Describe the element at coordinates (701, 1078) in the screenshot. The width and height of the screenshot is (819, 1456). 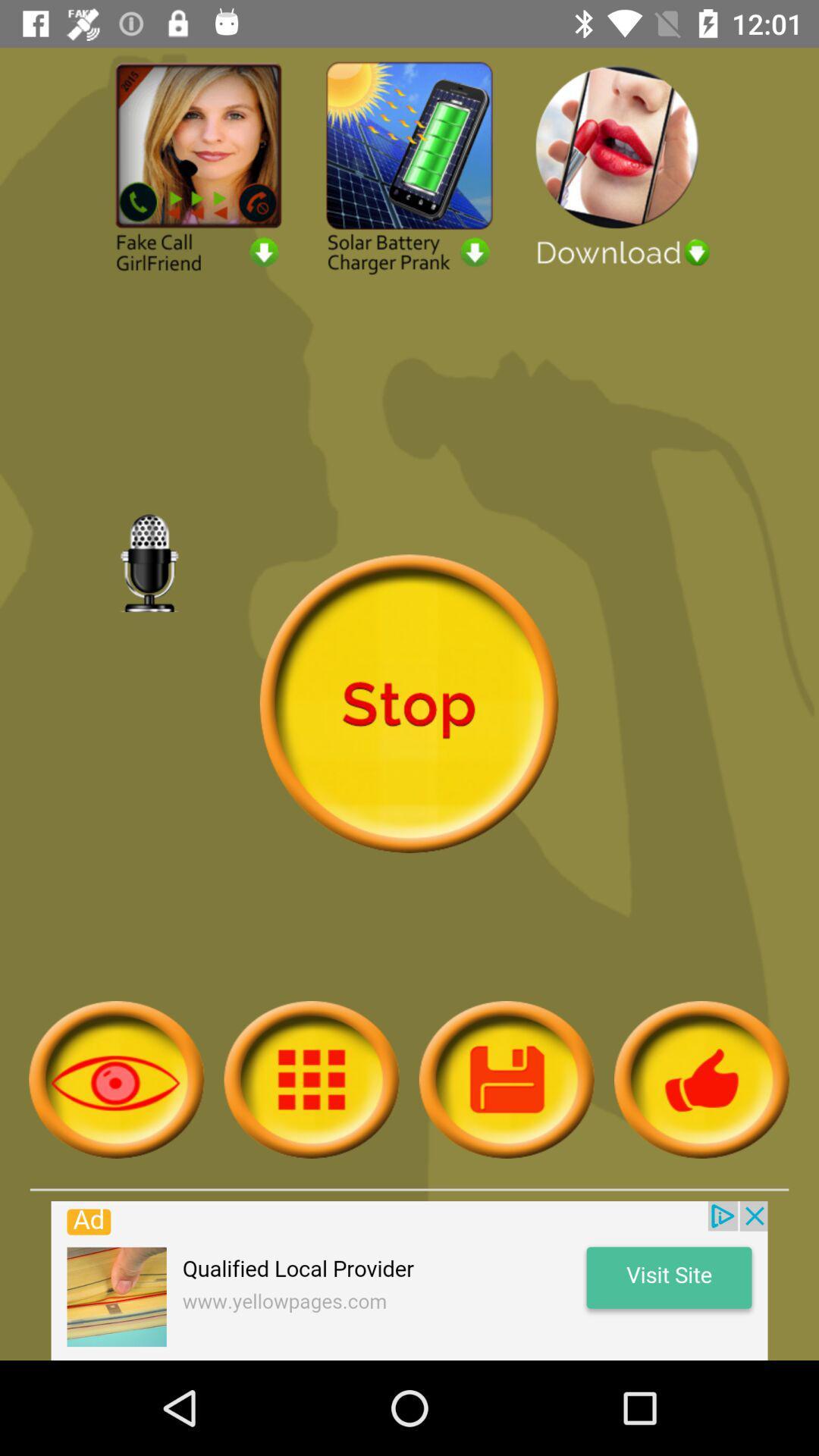
I see `thumbs up` at that location.